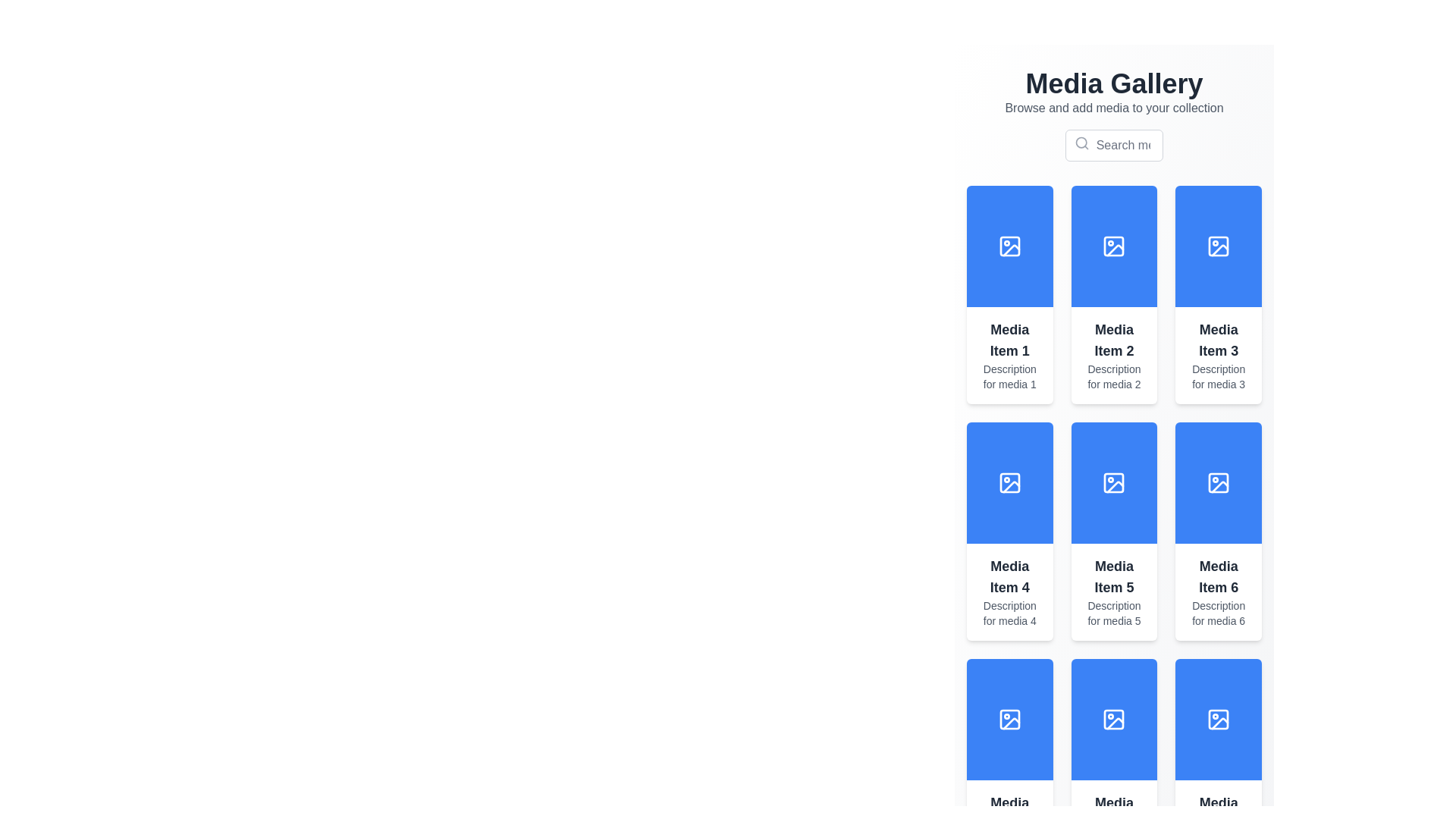 This screenshot has height=819, width=1456. Describe the element at coordinates (1009, 245) in the screenshot. I see `the icon that indicates the card item is an image or related to media content, located at the top-center of the blue card labeled 'Media Item 1' in the media gallery grid` at that location.